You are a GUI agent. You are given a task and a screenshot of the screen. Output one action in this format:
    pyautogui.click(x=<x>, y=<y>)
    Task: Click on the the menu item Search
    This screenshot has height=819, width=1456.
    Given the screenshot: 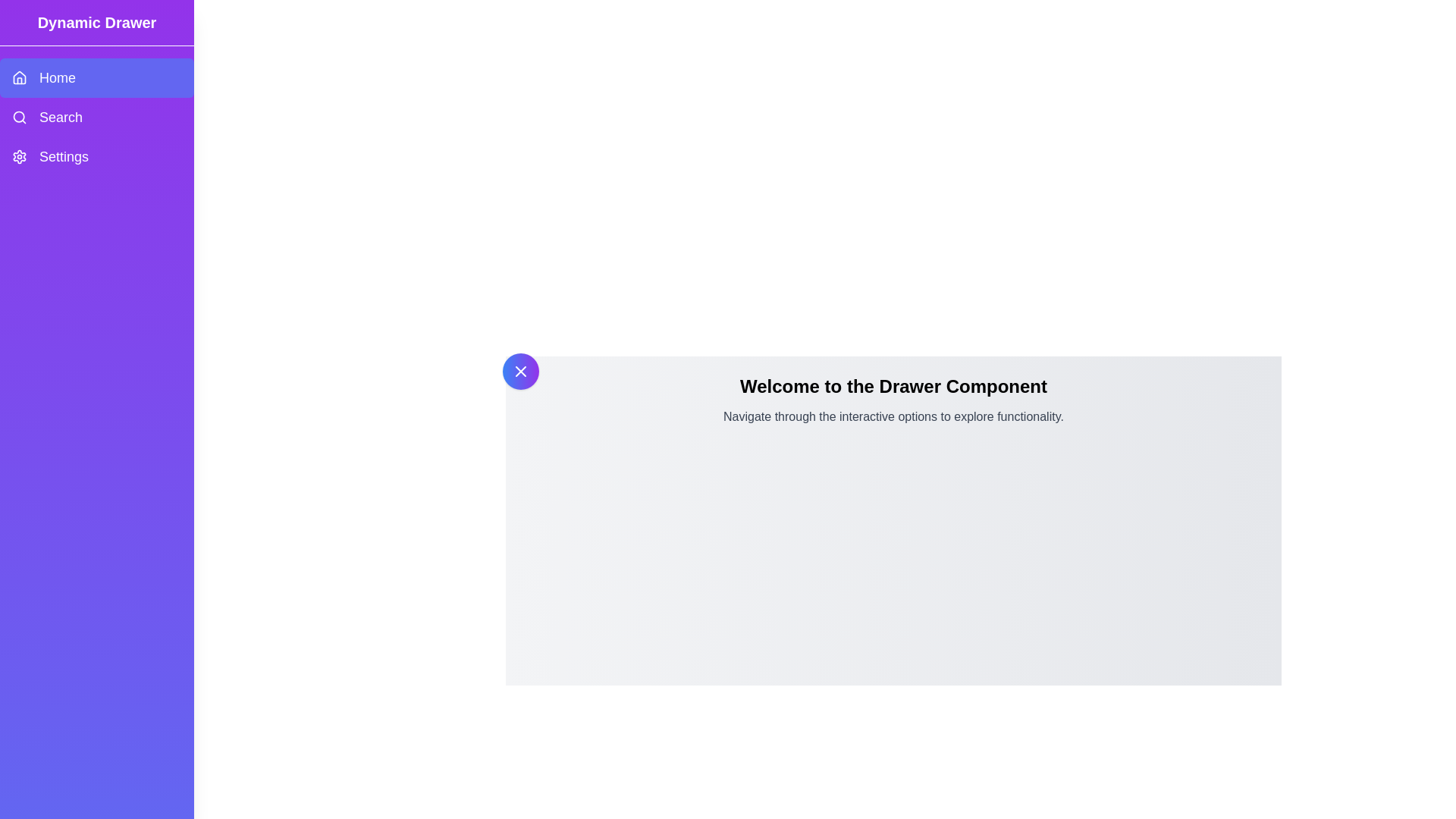 What is the action you would take?
    pyautogui.click(x=96, y=116)
    